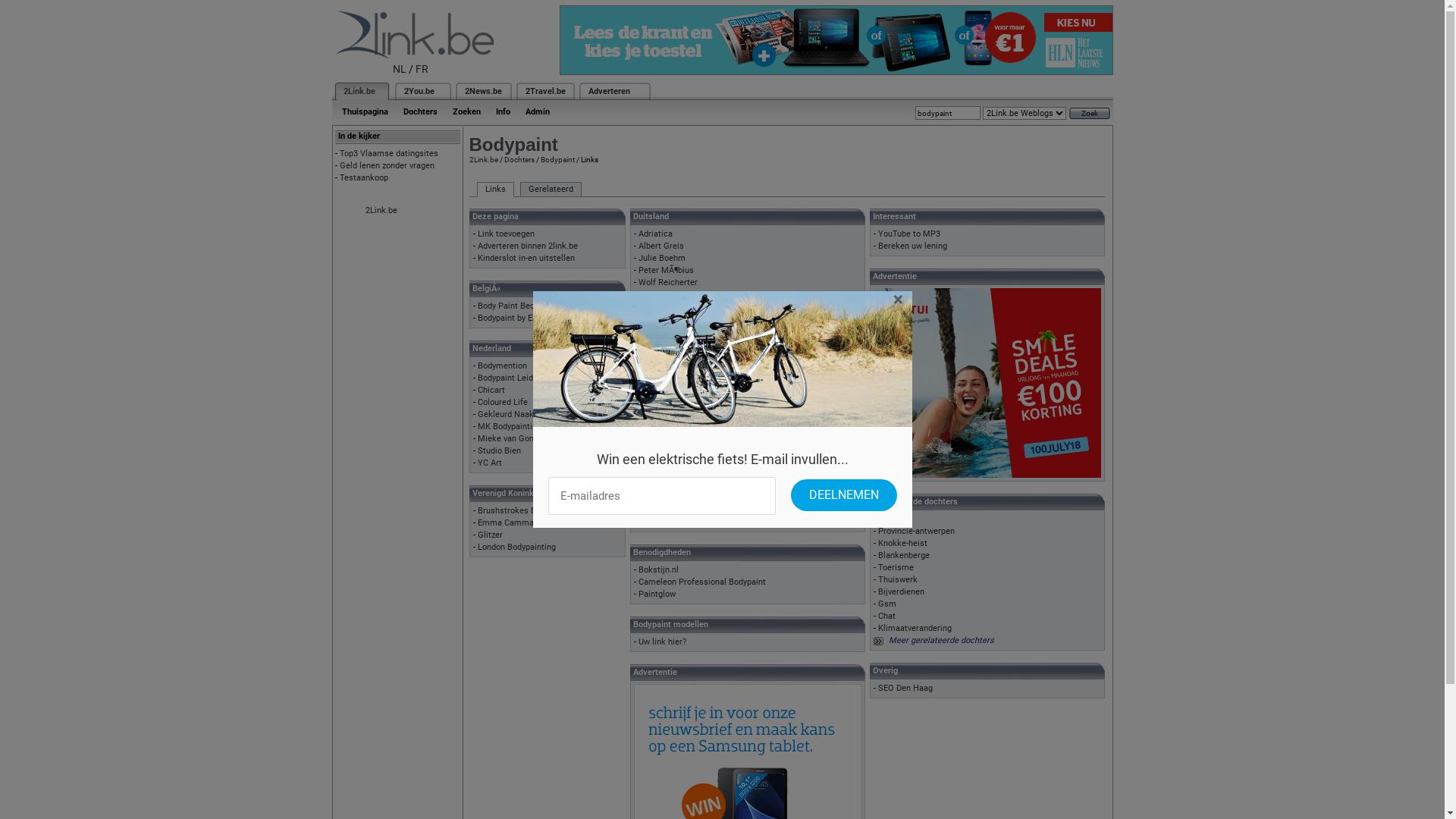  What do you see at coordinates (419, 91) in the screenshot?
I see `'2You.be'` at bounding box center [419, 91].